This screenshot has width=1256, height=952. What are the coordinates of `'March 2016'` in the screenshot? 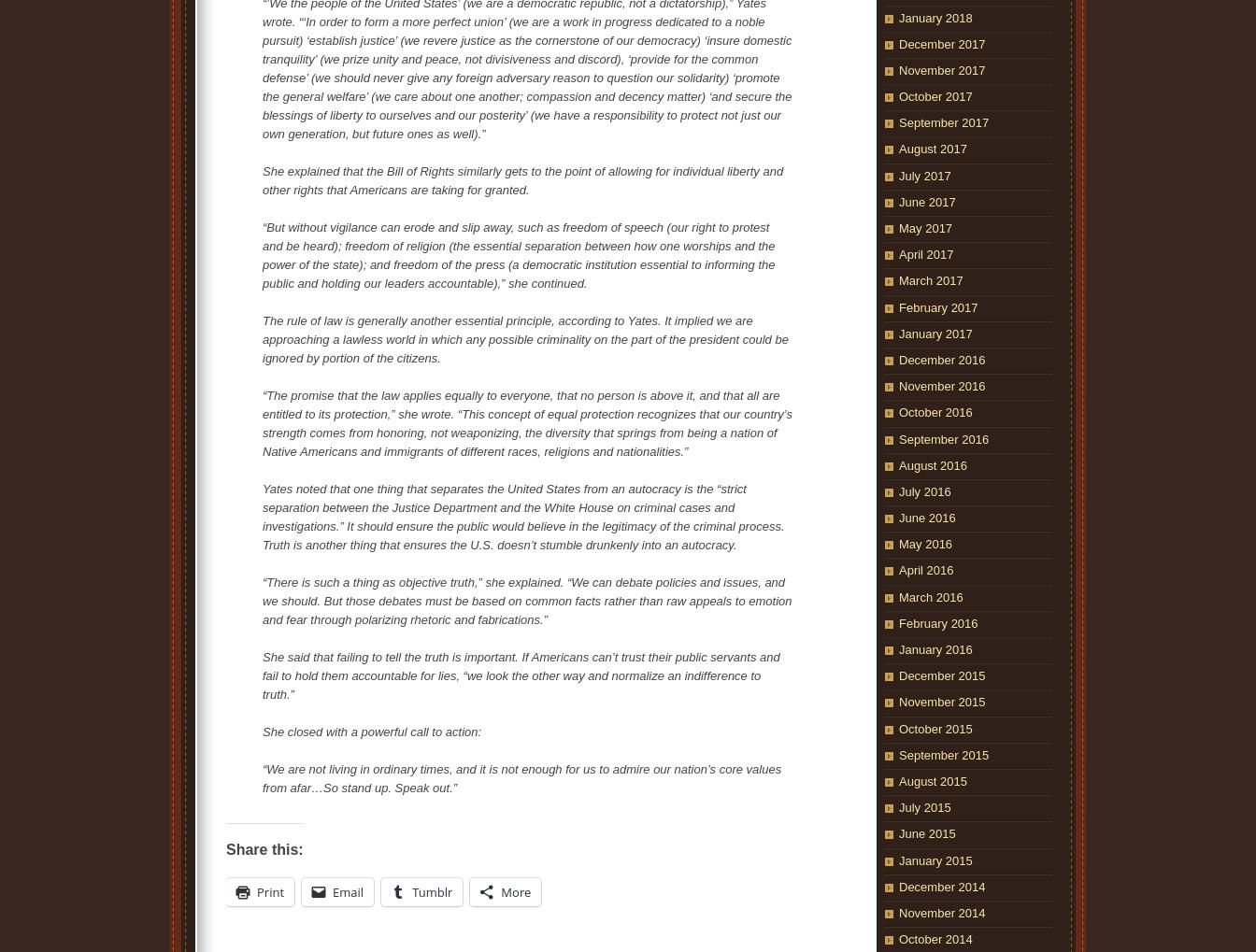 It's located at (931, 596).